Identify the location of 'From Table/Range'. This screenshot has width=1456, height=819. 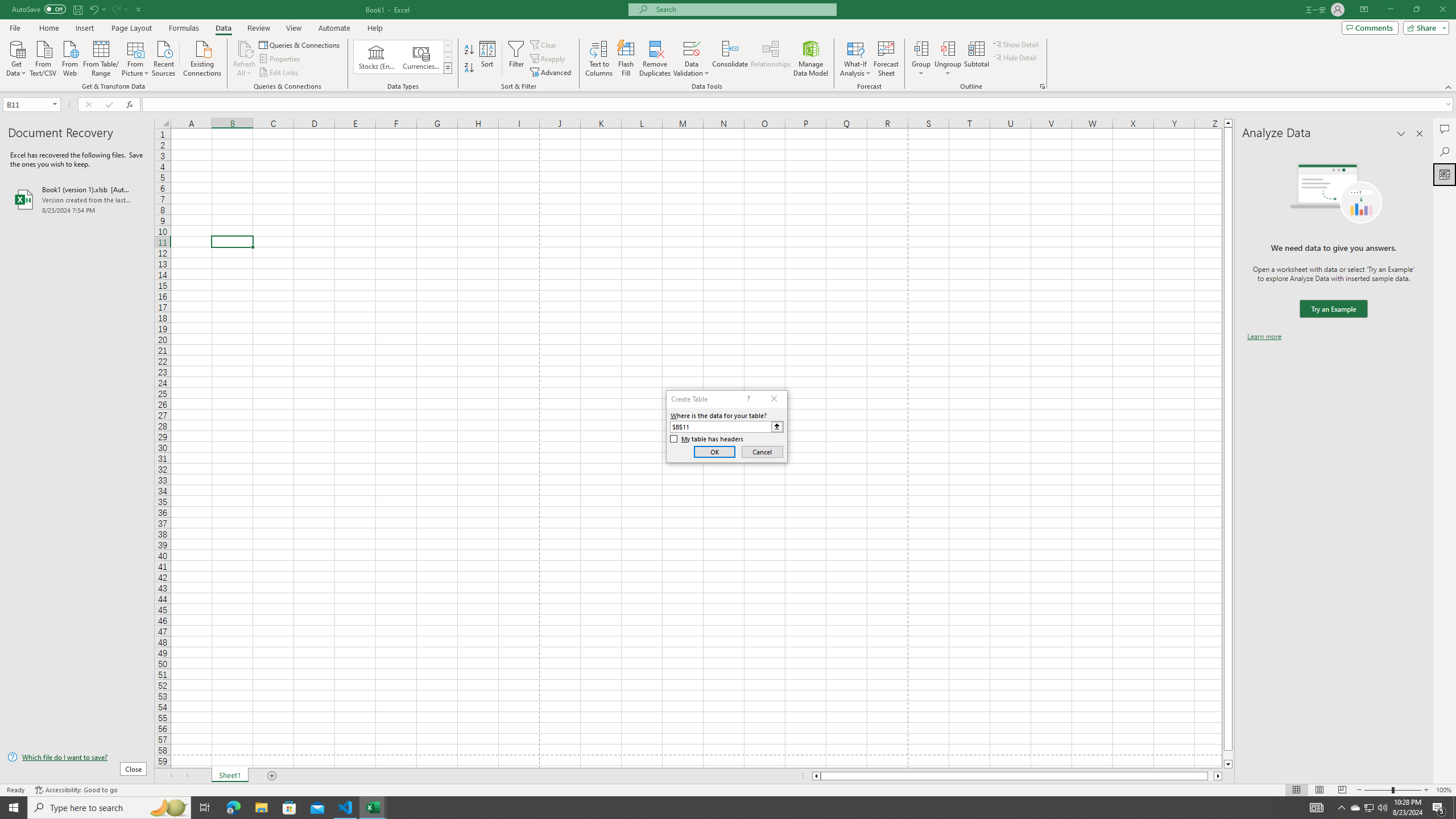
(100, 57).